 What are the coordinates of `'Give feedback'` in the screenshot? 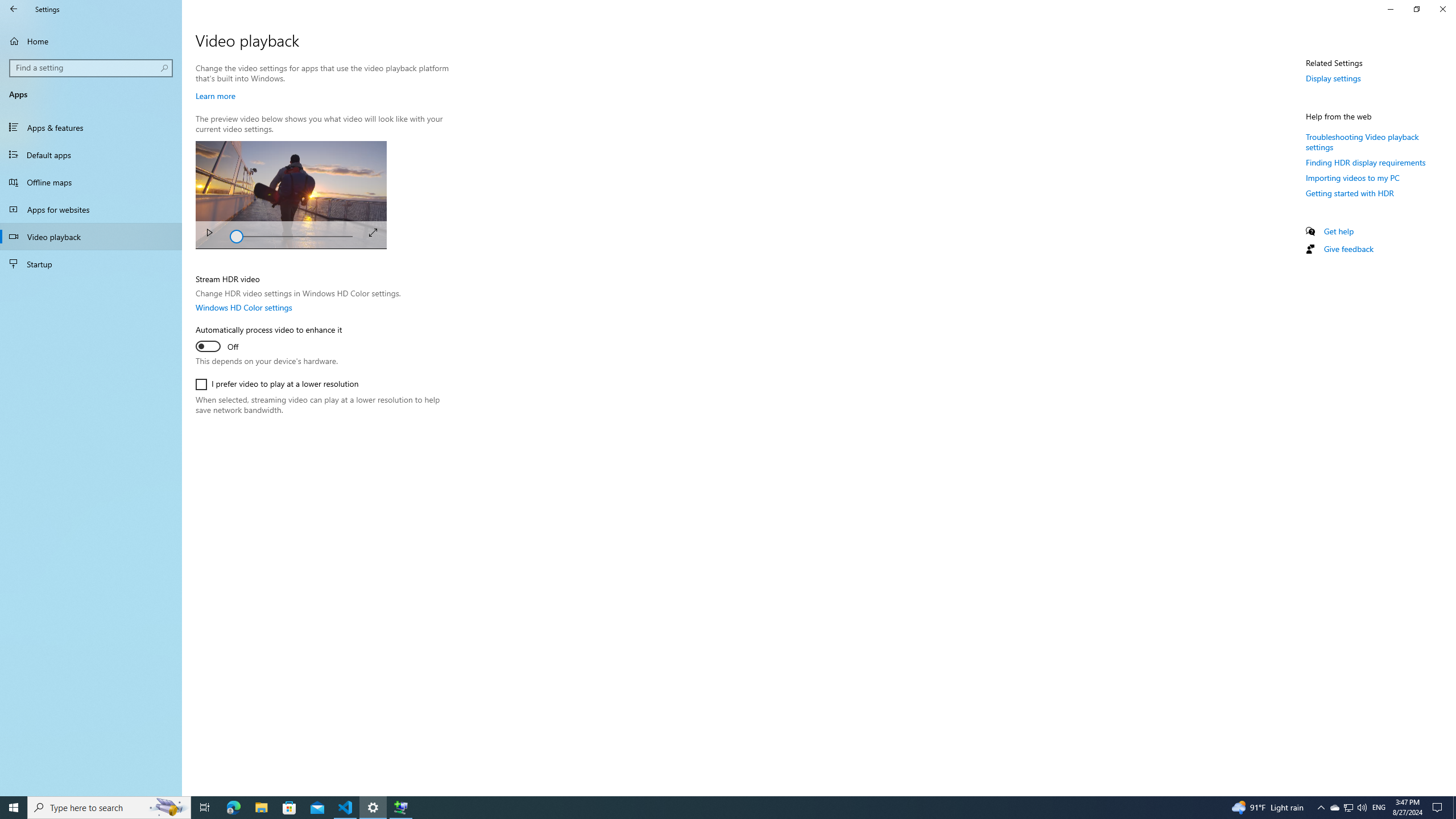 It's located at (1347, 248).